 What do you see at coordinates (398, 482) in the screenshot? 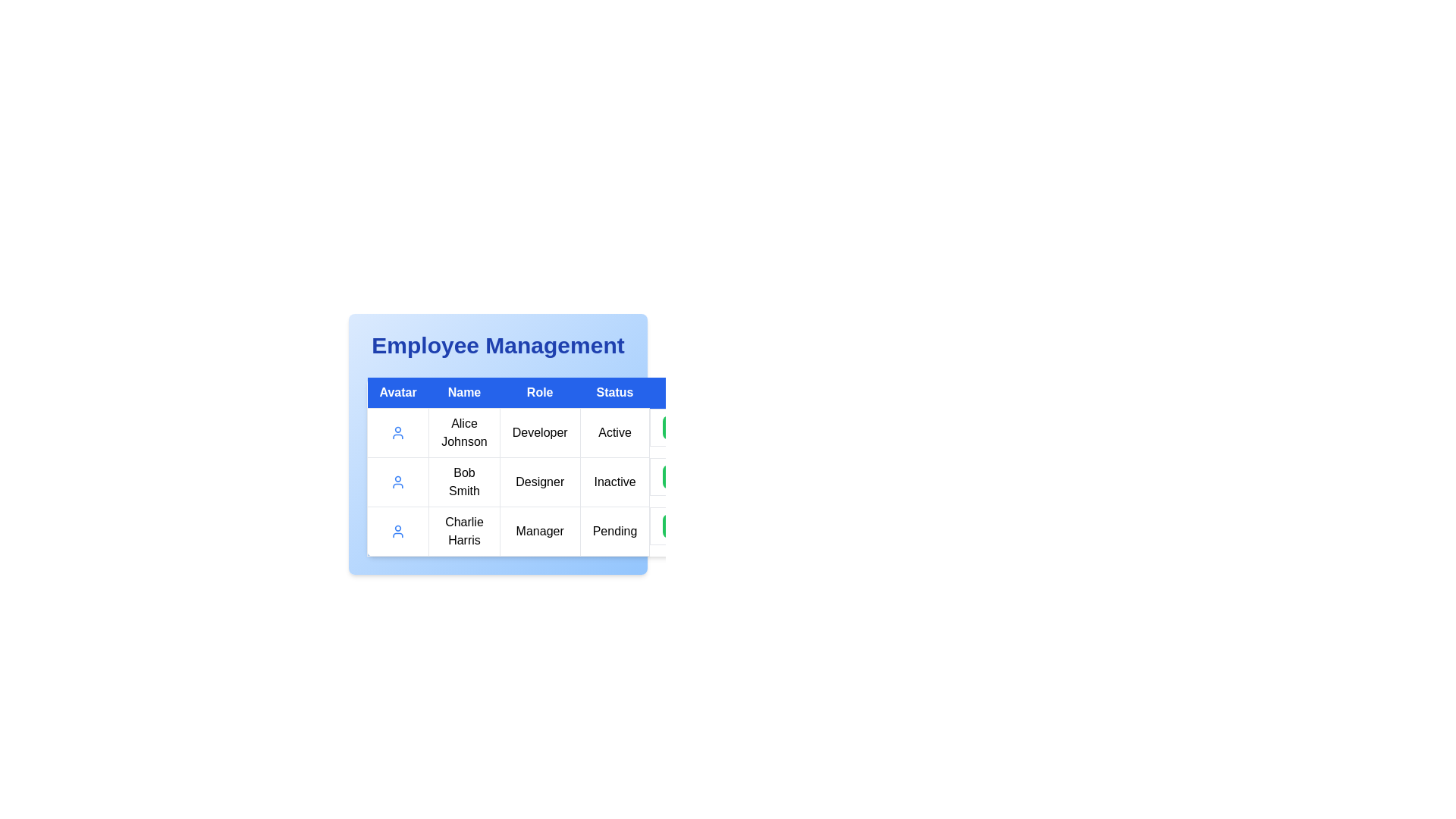
I see `the user avatar icon, which is a blue circular head with a shoulder shape, located in the second row, first column under the 'Avatar' column header, next to the text 'Bob Smith'` at bounding box center [398, 482].